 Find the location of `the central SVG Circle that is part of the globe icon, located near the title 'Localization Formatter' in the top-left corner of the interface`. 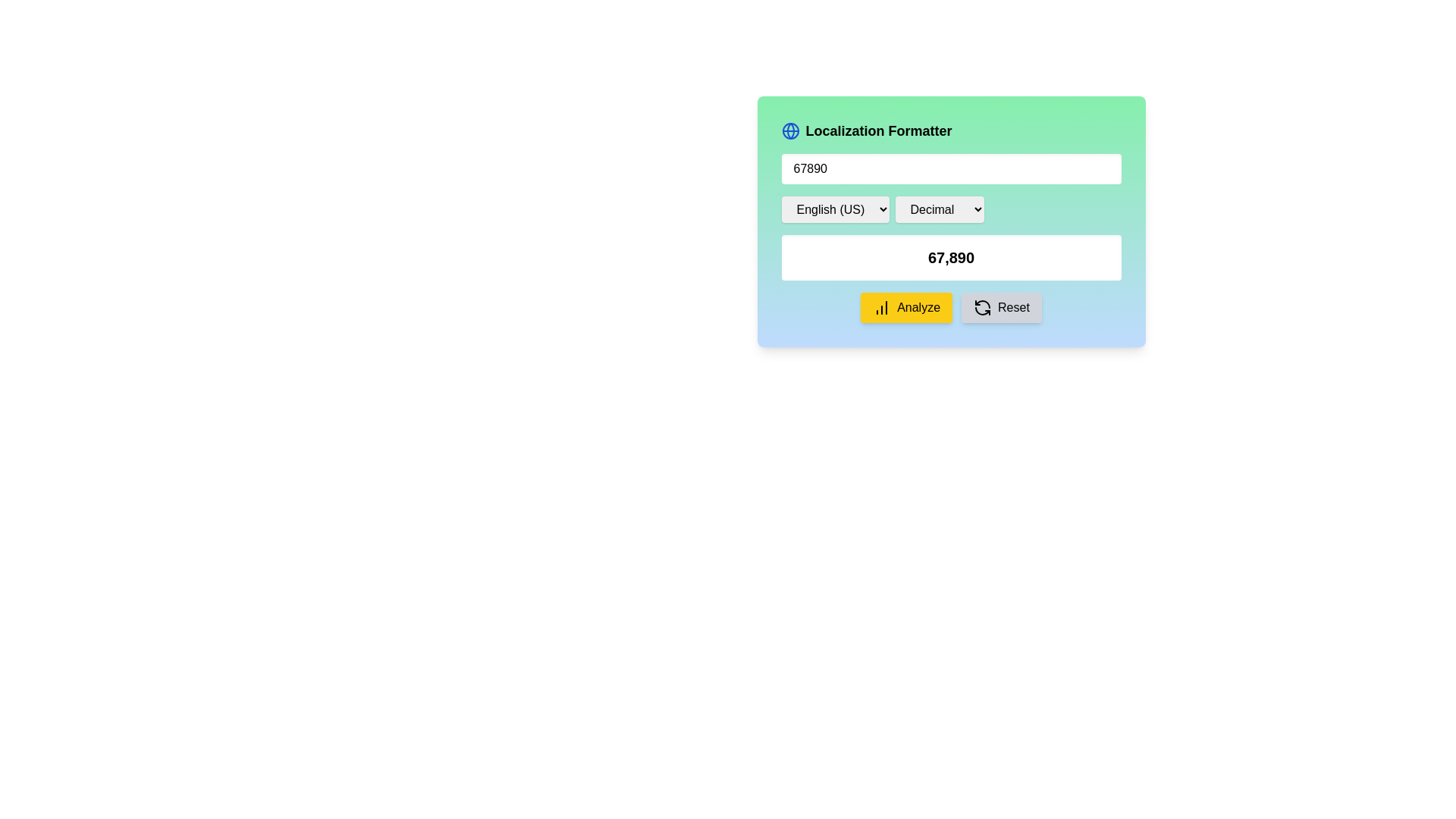

the central SVG Circle that is part of the globe icon, located near the title 'Localization Formatter' in the top-left corner of the interface is located at coordinates (789, 130).